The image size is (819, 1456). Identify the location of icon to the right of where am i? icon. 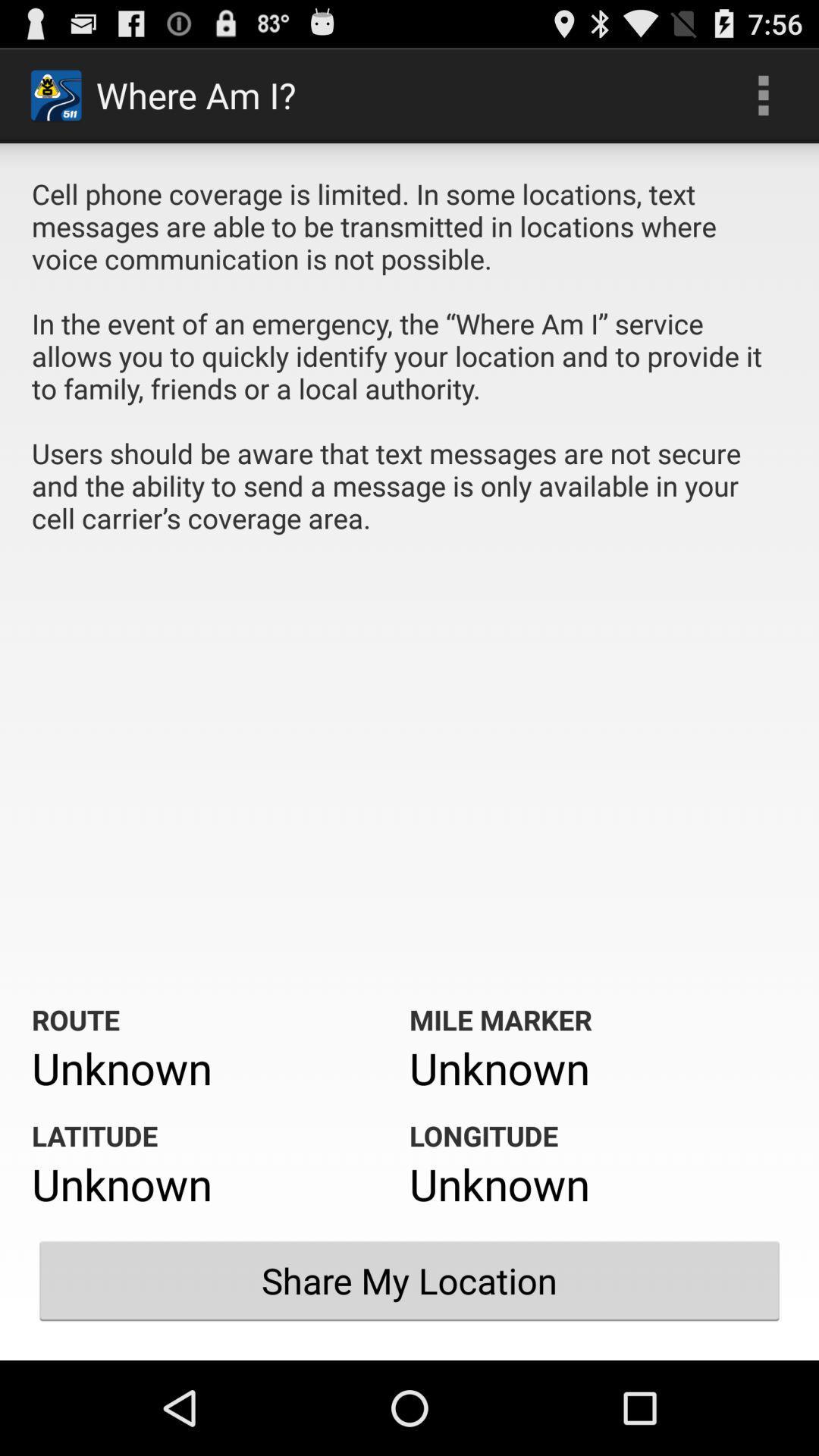
(763, 94).